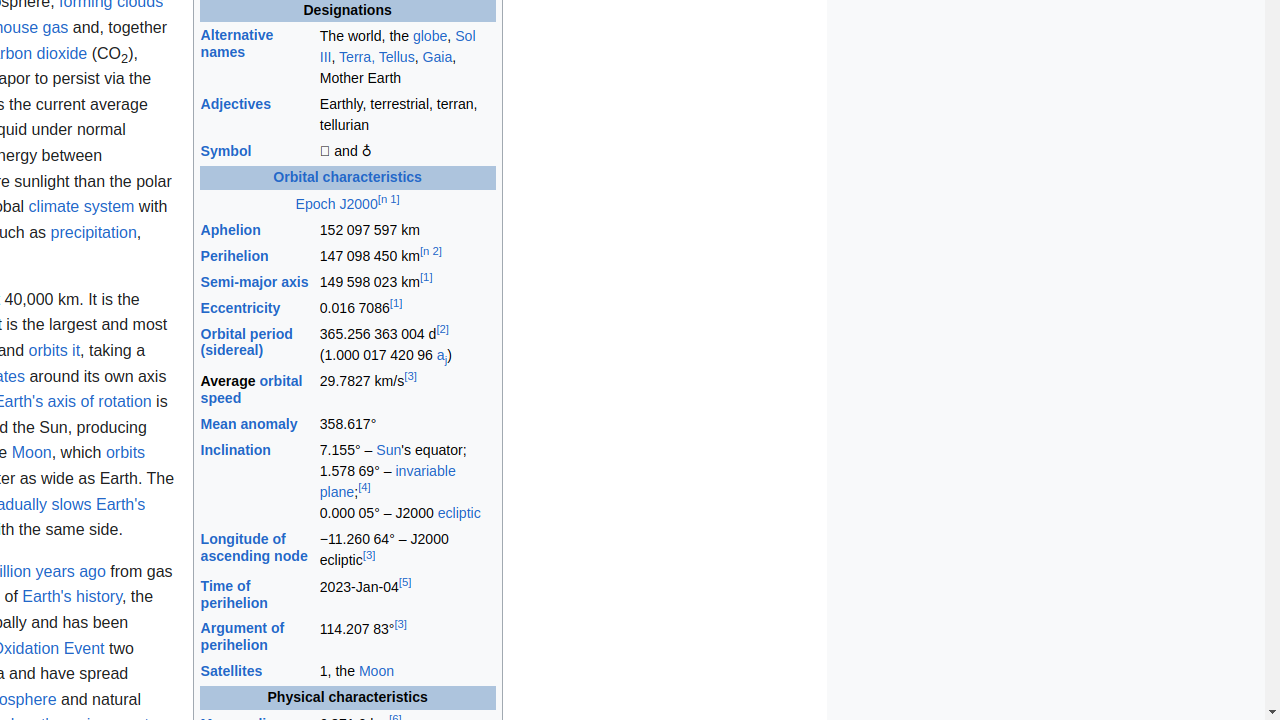 The image size is (1280, 720). I want to click on 'invariable plane', so click(387, 481).